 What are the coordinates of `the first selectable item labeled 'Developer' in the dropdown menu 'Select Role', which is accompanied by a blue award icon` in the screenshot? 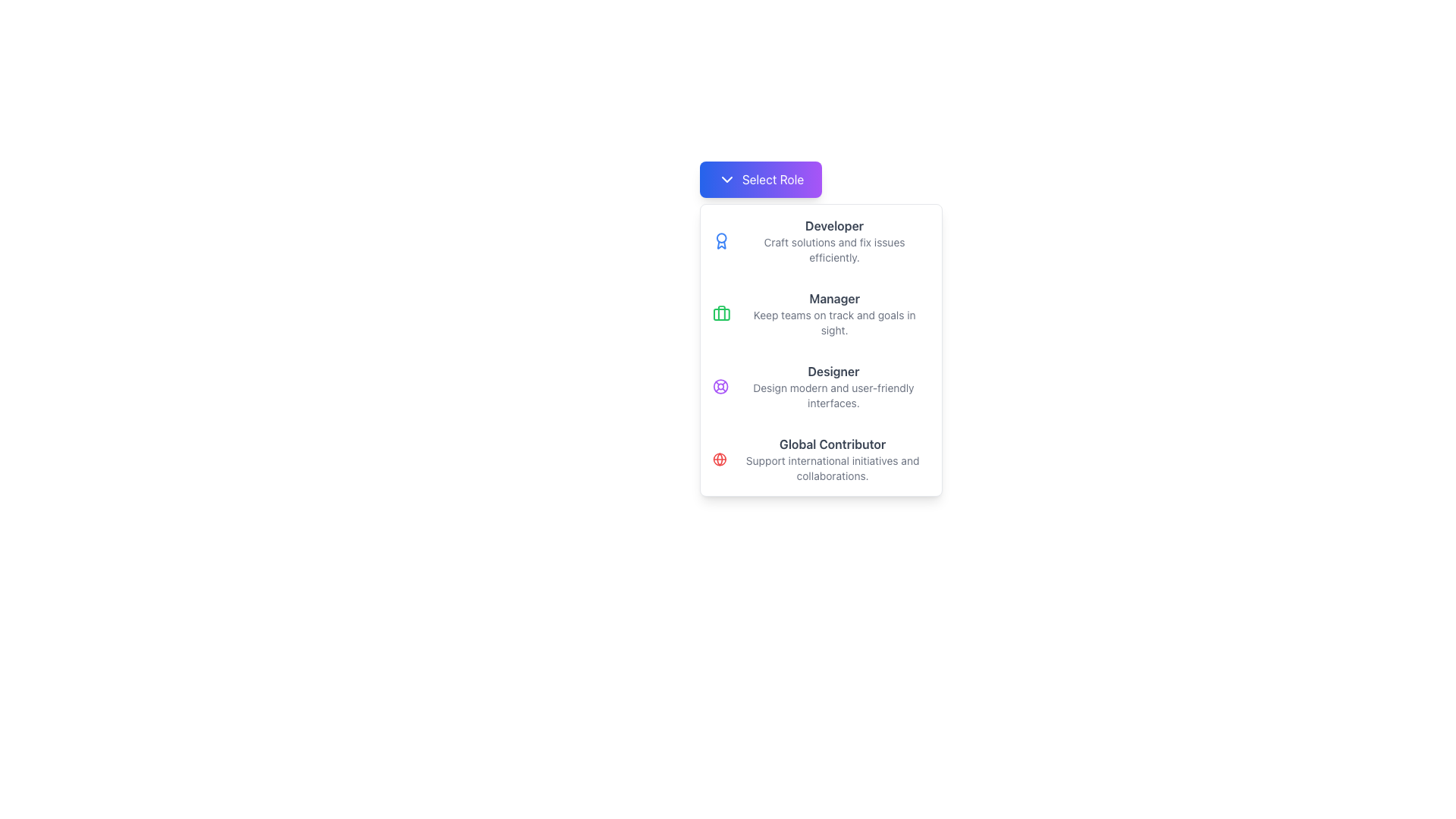 It's located at (820, 240).